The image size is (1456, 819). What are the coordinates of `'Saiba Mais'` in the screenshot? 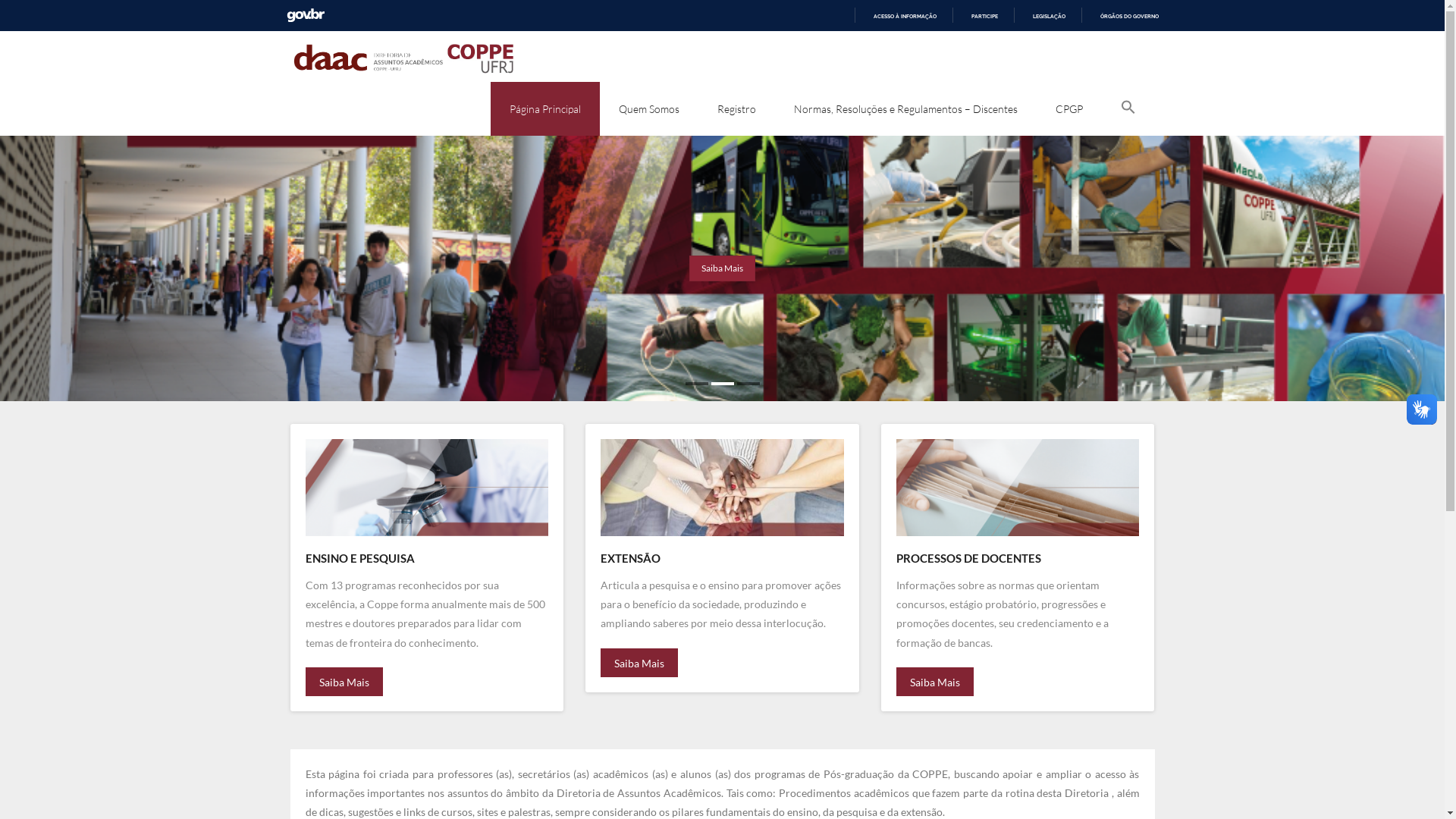 It's located at (721, 270).